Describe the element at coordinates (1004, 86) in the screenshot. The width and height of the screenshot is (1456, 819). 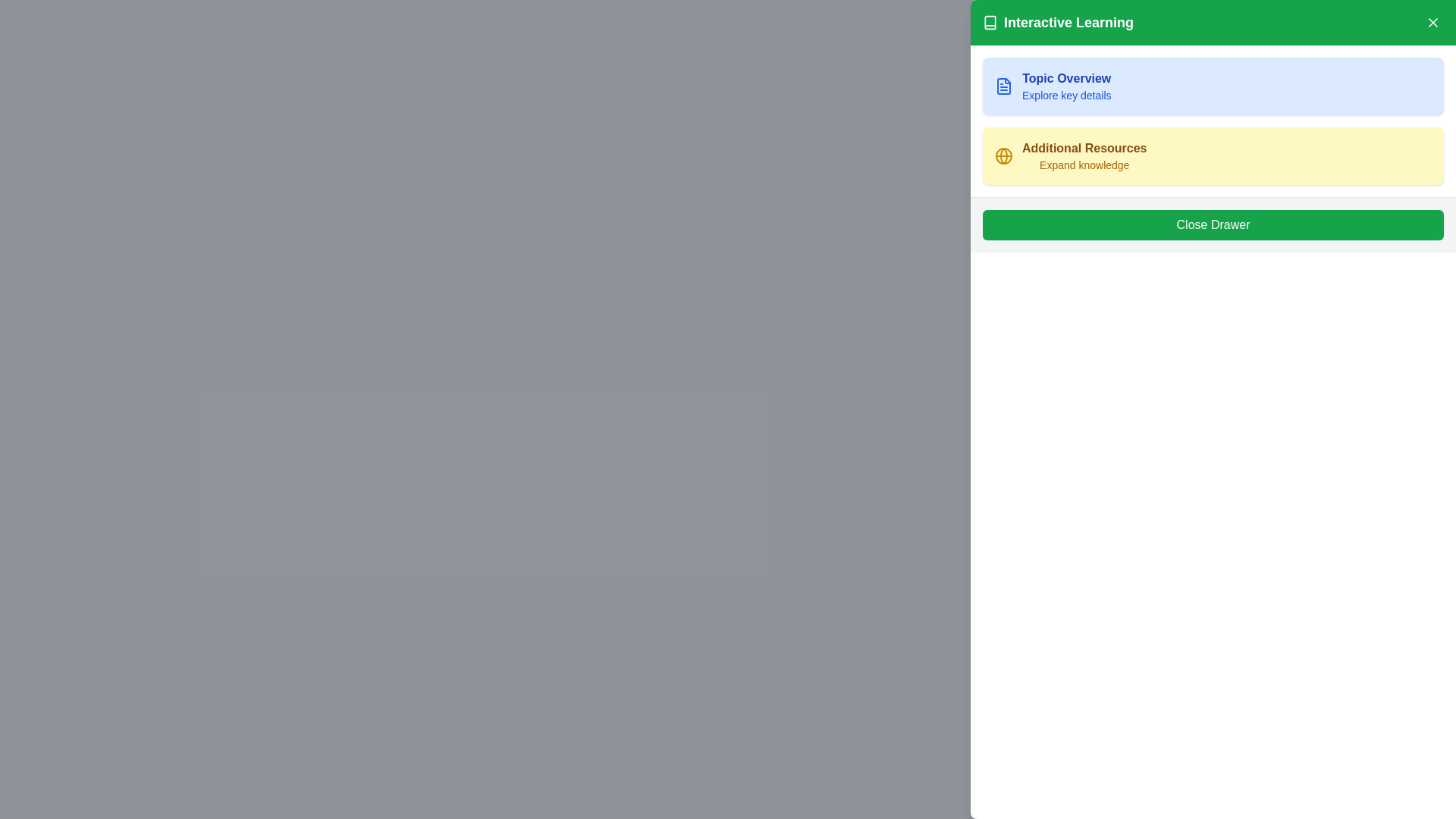
I see `the overview icon located at the top of the right-side panel in the 'Topic Overview' section` at that location.